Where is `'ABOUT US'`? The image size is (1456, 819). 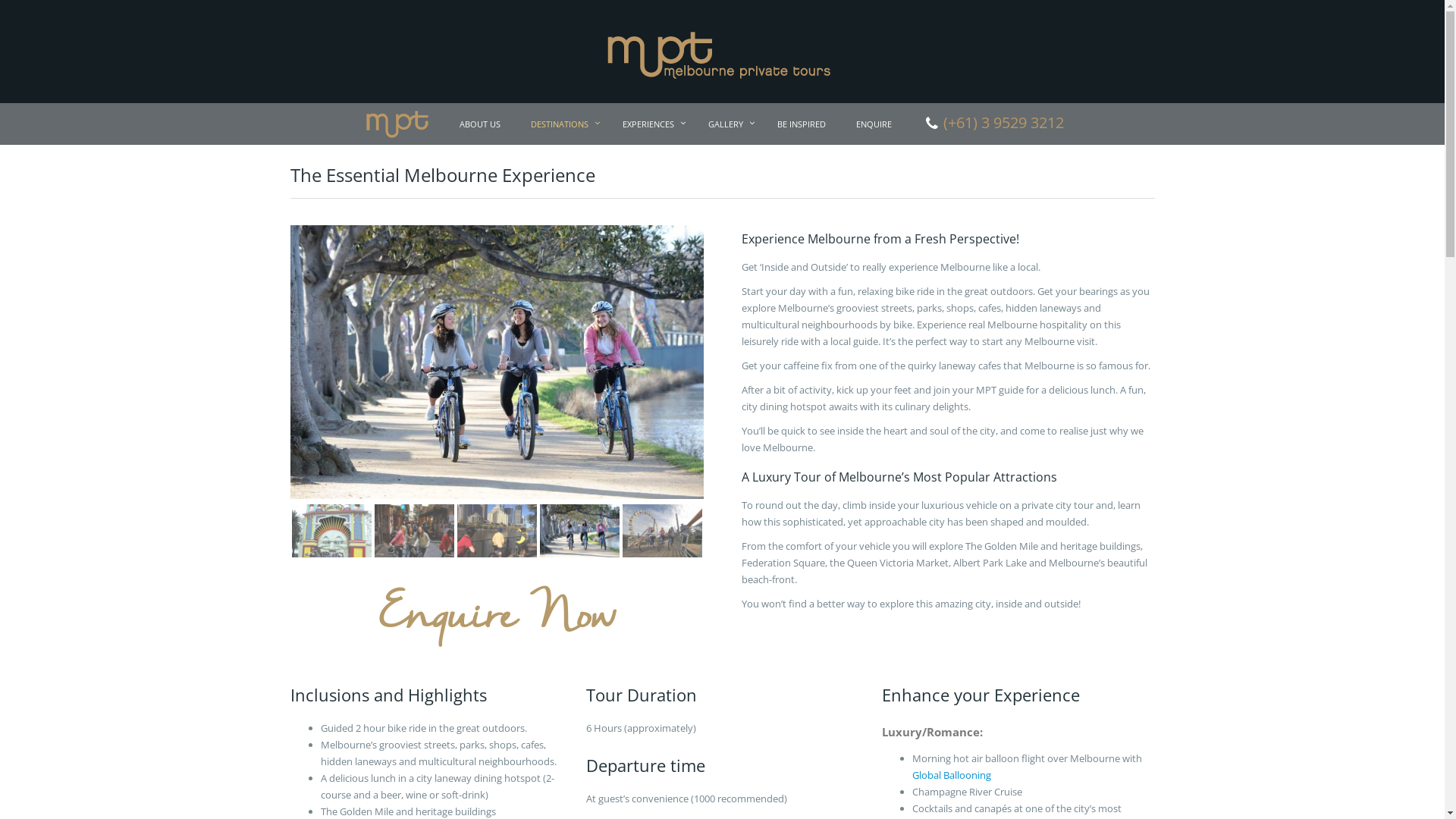
'ABOUT US' is located at coordinates (479, 123).